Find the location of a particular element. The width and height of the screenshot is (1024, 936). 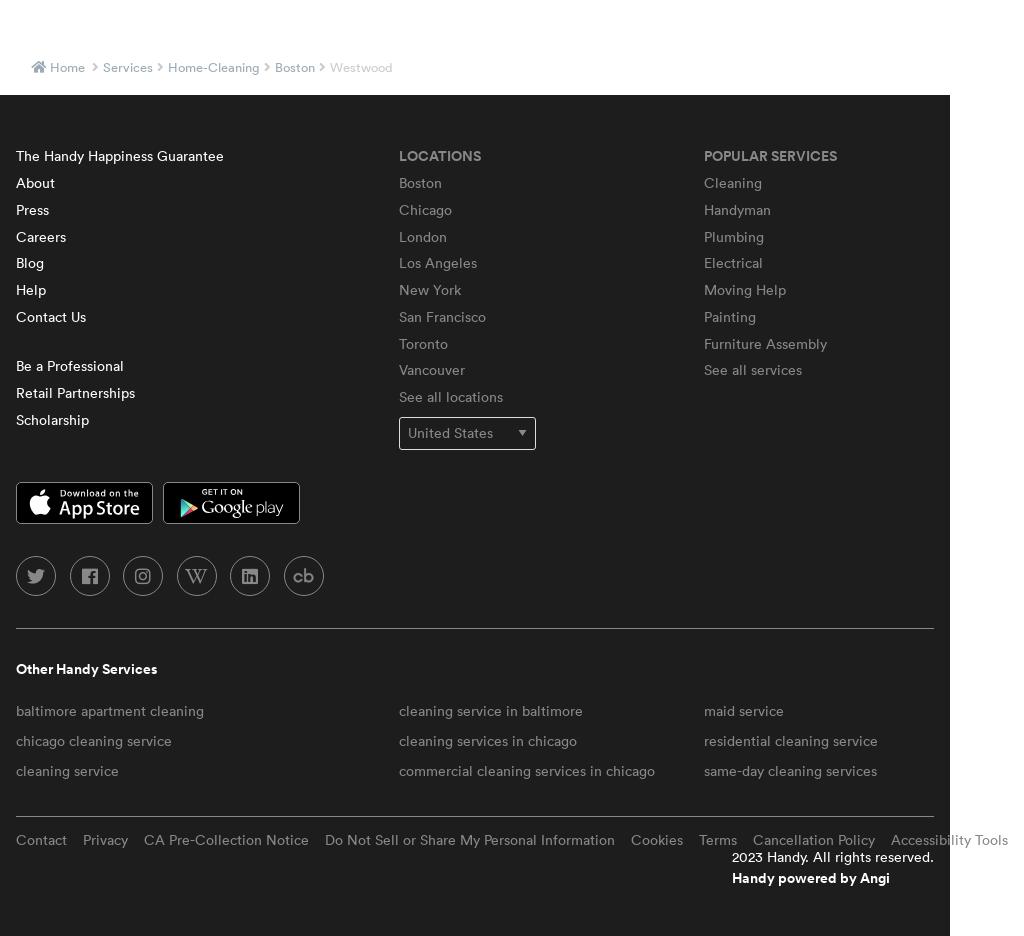

'residential cleaning service' is located at coordinates (791, 739).